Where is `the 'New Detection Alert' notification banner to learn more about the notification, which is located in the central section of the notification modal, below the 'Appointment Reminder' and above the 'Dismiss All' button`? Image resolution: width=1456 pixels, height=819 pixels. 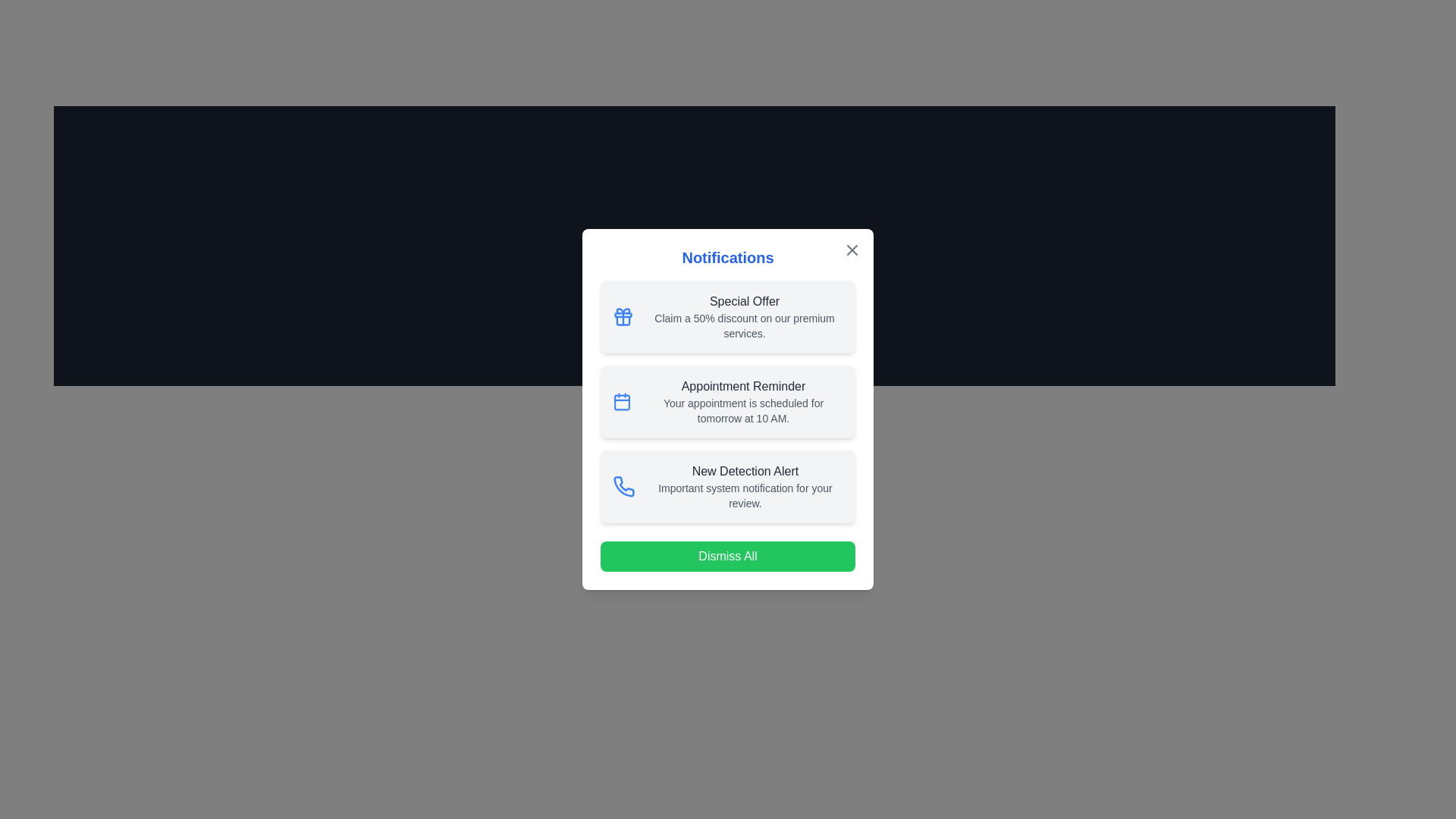 the 'New Detection Alert' notification banner to learn more about the notification, which is located in the central section of the notification modal, below the 'Appointment Reminder' and above the 'Dismiss All' button is located at coordinates (745, 486).